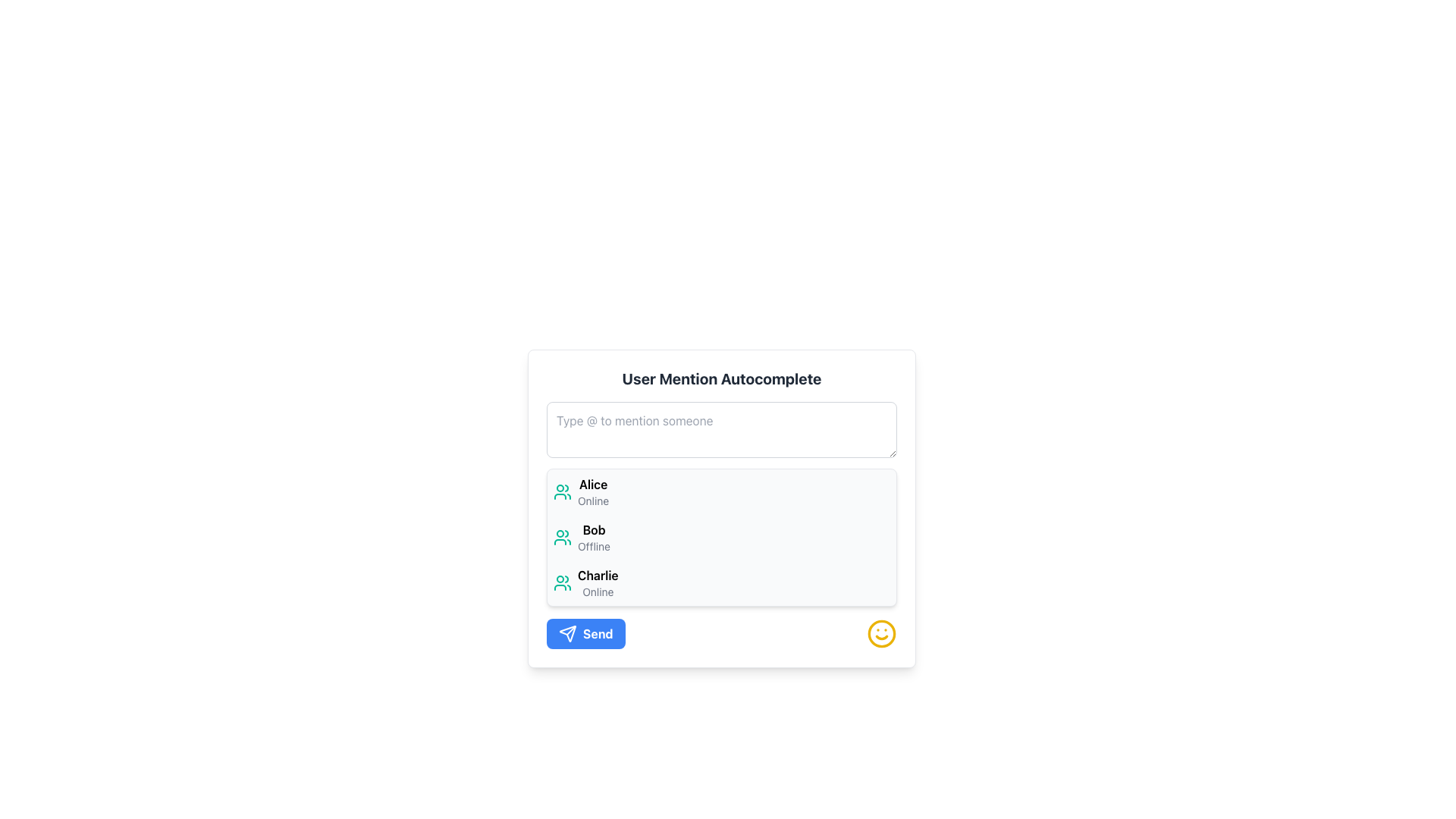  I want to click on the third user item in the dropdown list, which represents 'Charlie' and shows their availability status, so click(720, 582).